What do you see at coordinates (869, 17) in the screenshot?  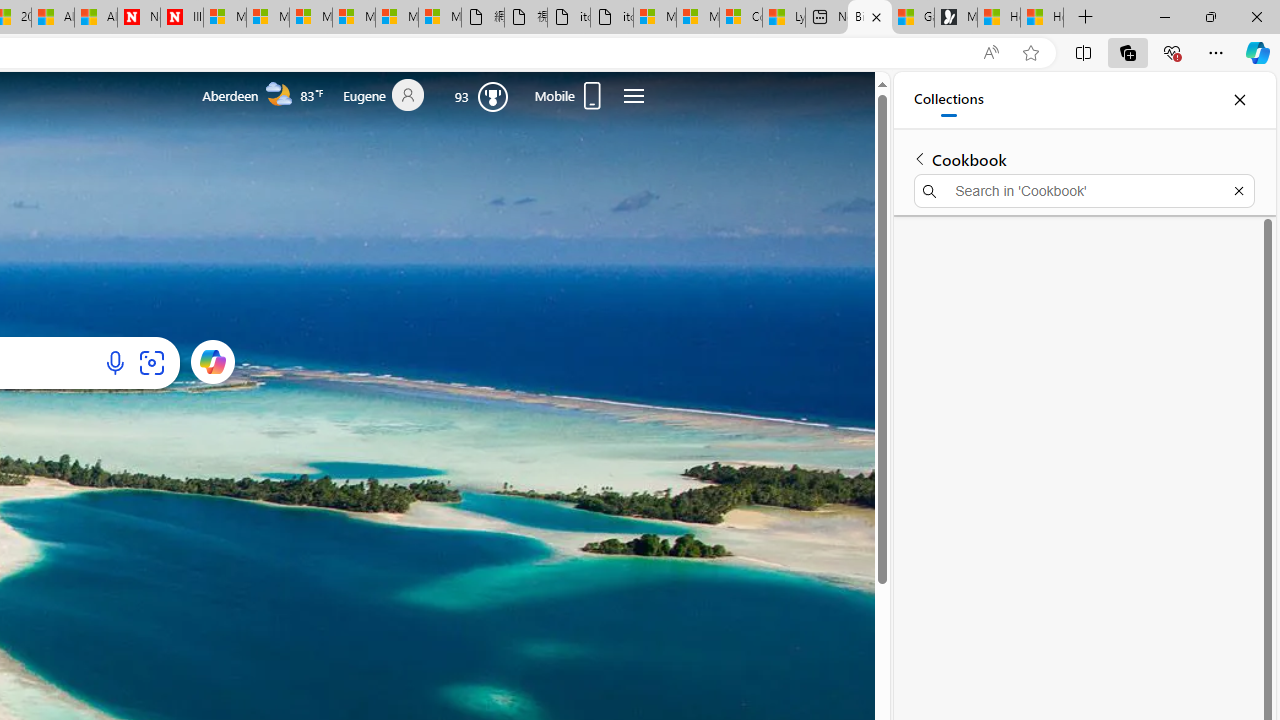 I see `'Bing'` at bounding box center [869, 17].